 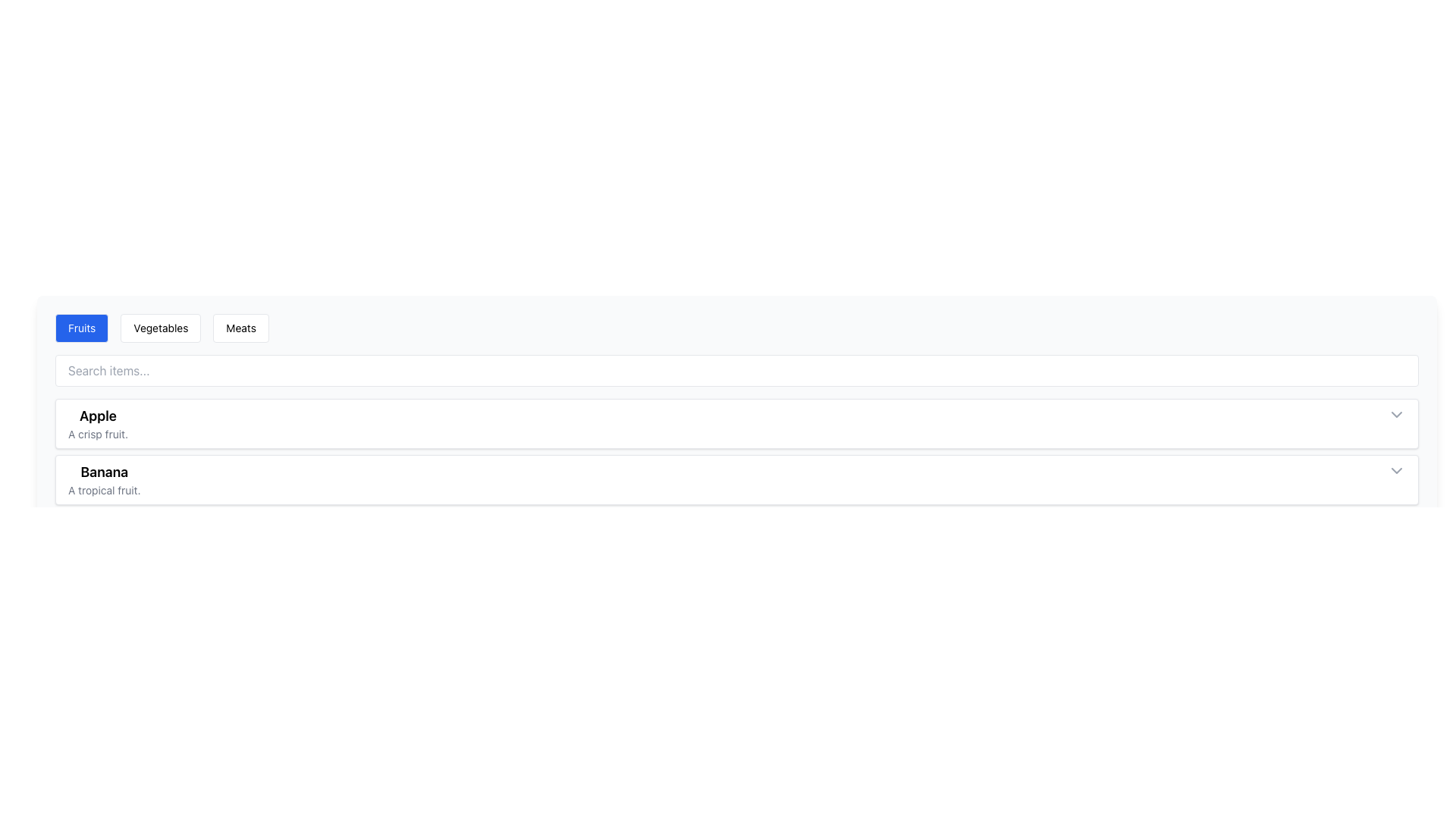 I want to click on the 'Meats' button, which is a rectangular button with rounded corners and black text, so click(x=240, y=327).